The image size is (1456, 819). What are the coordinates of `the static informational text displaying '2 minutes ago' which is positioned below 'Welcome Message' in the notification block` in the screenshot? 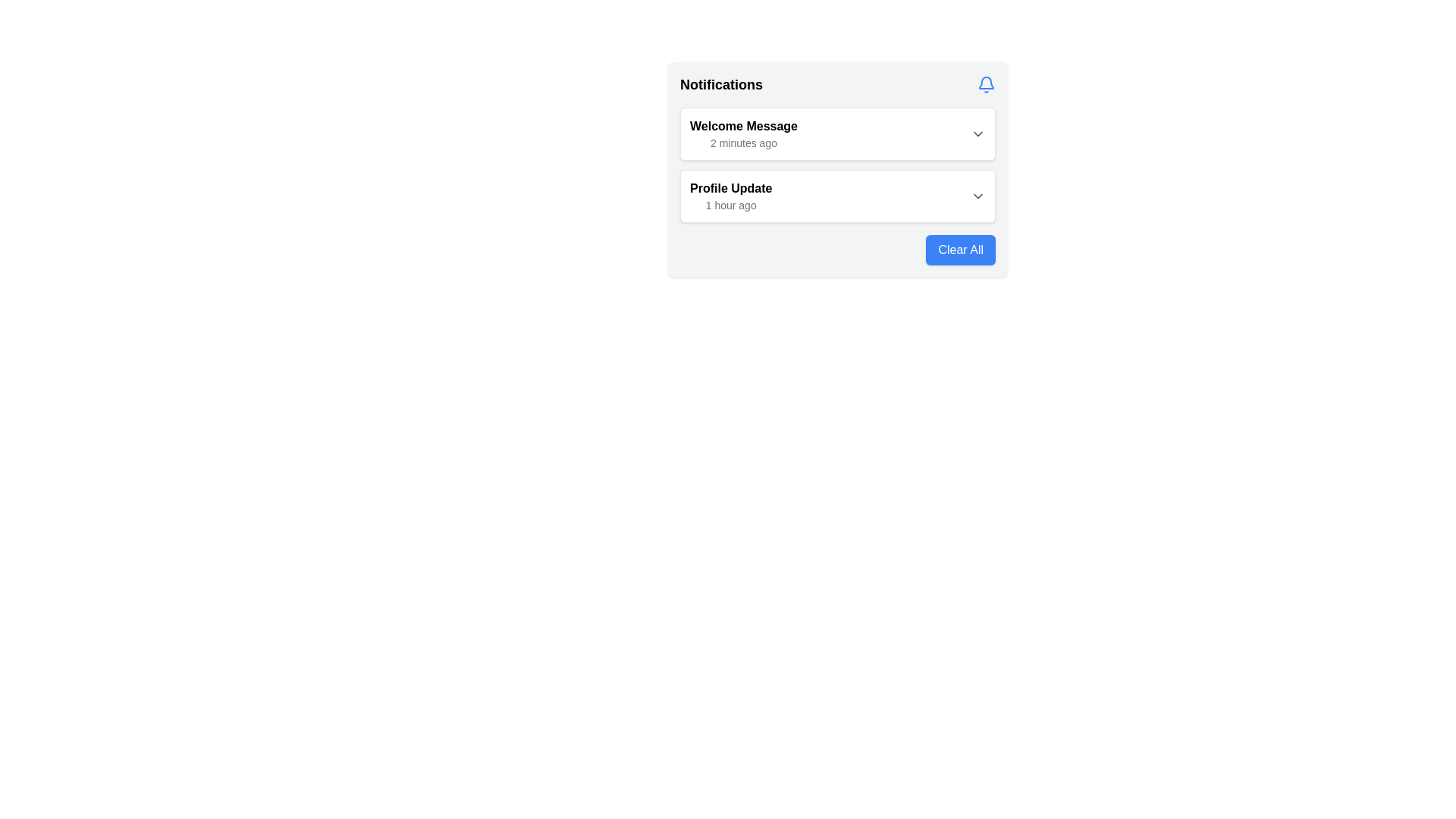 It's located at (743, 143).